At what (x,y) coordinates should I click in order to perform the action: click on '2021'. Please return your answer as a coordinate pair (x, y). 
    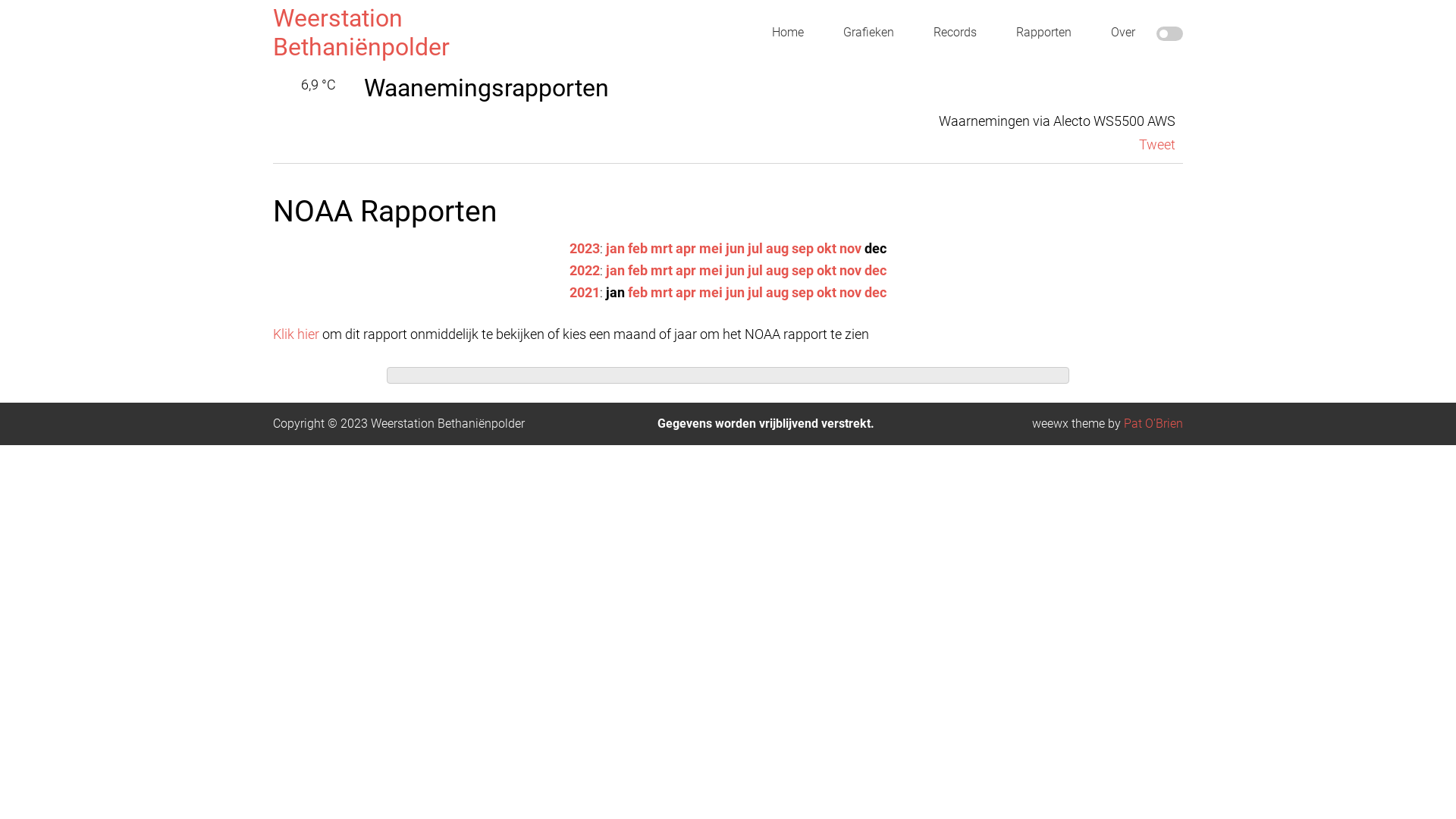
    Looking at the image, I should click on (568, 292).